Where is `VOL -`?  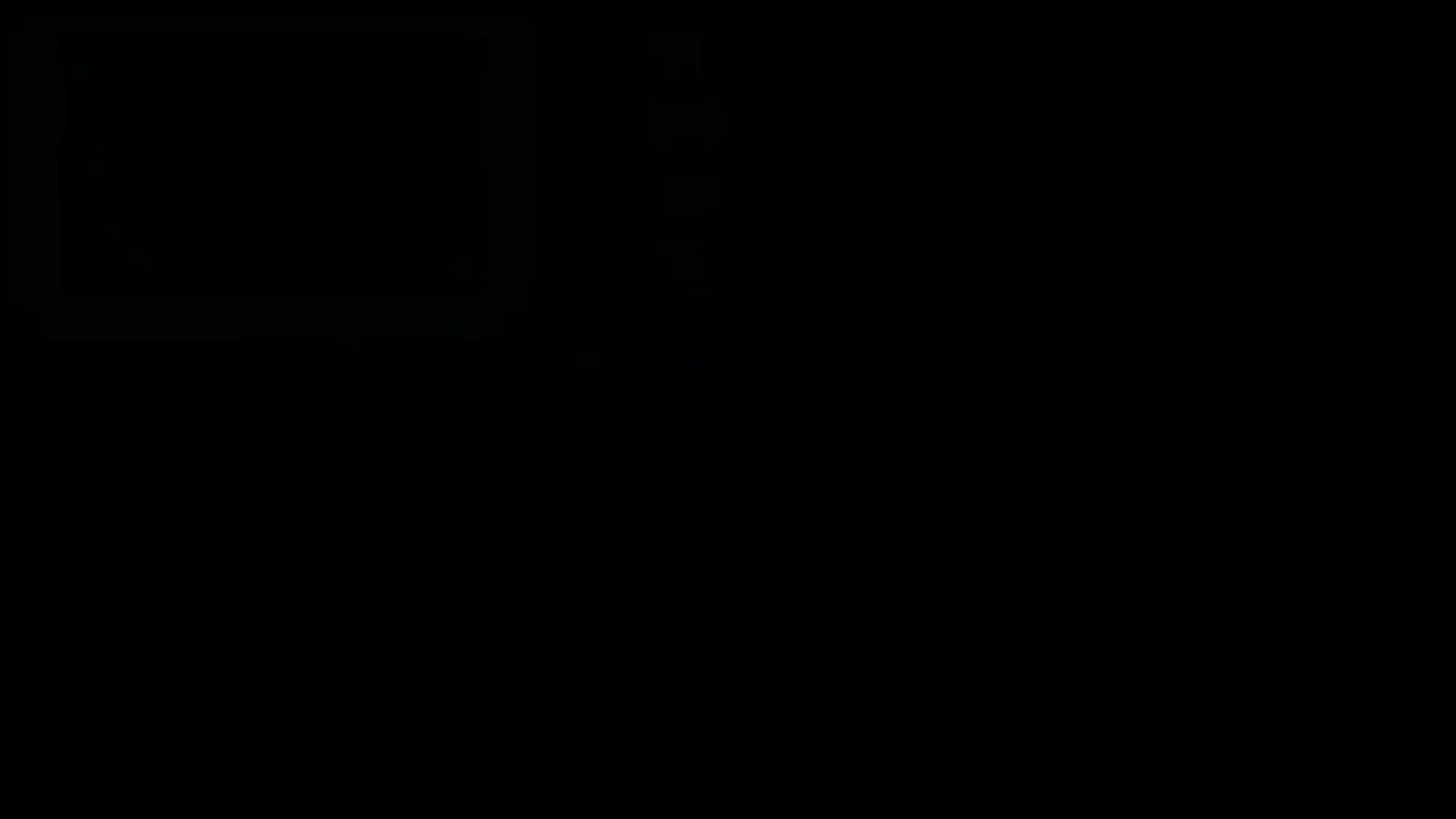 VOL - is located at coordinates (585, 307).